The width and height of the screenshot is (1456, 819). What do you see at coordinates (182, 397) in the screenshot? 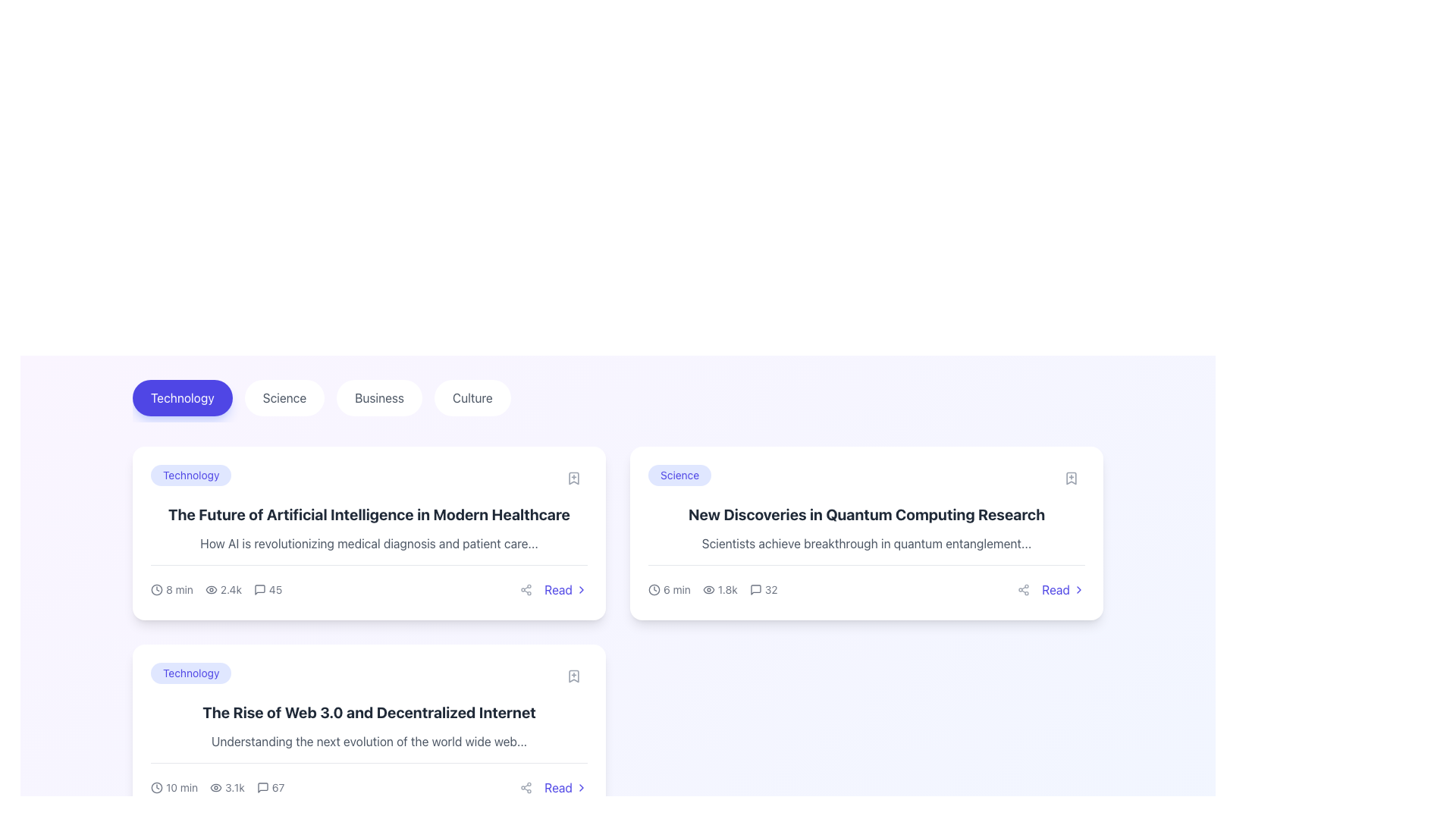
I see `the 'Technology' category selector button, which is the first button in a row of four buttons for filtering content` at bounding box center [182, 397].